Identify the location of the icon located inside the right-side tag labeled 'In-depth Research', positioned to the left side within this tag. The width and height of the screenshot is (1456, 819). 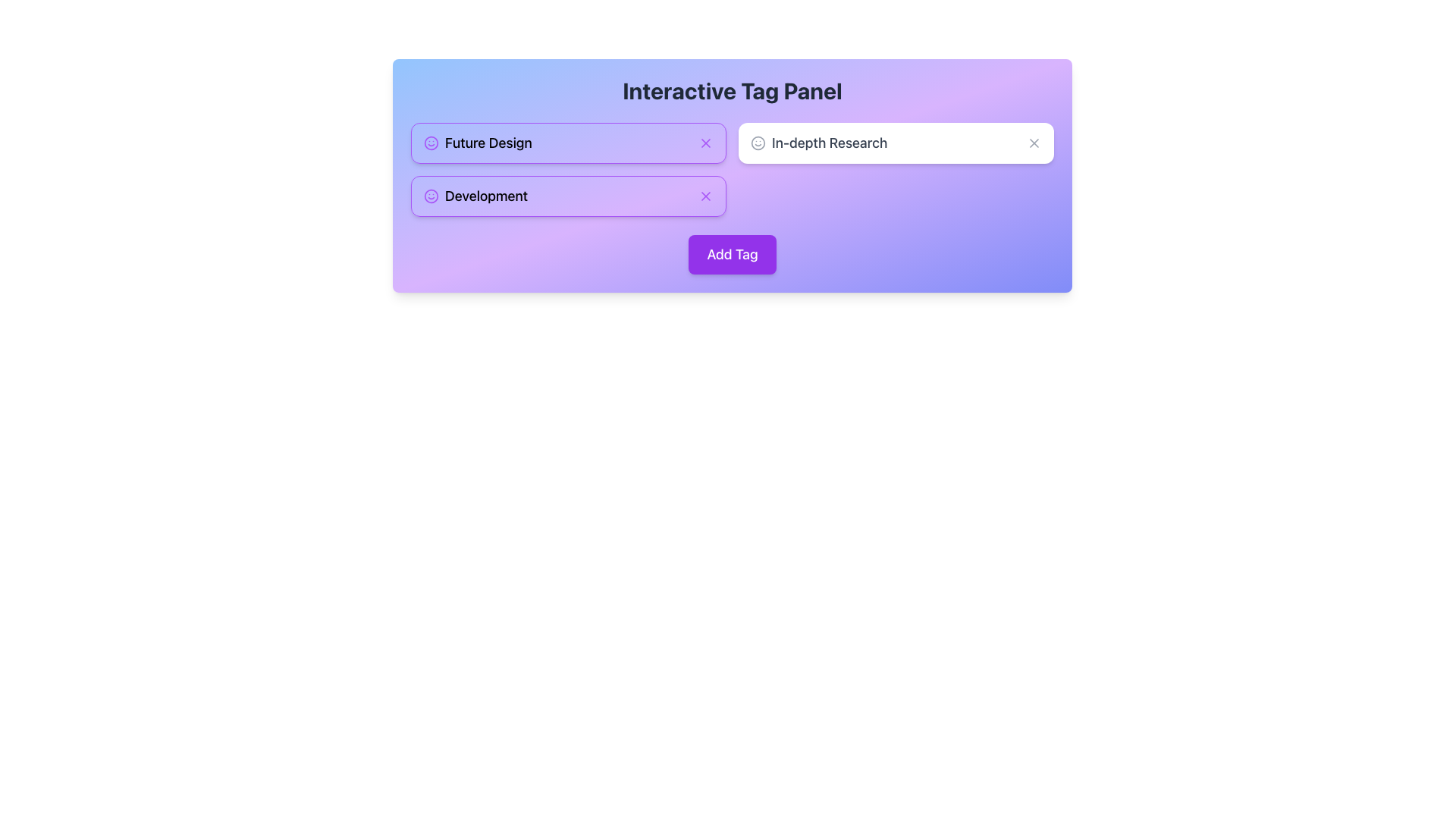
(758, 143).